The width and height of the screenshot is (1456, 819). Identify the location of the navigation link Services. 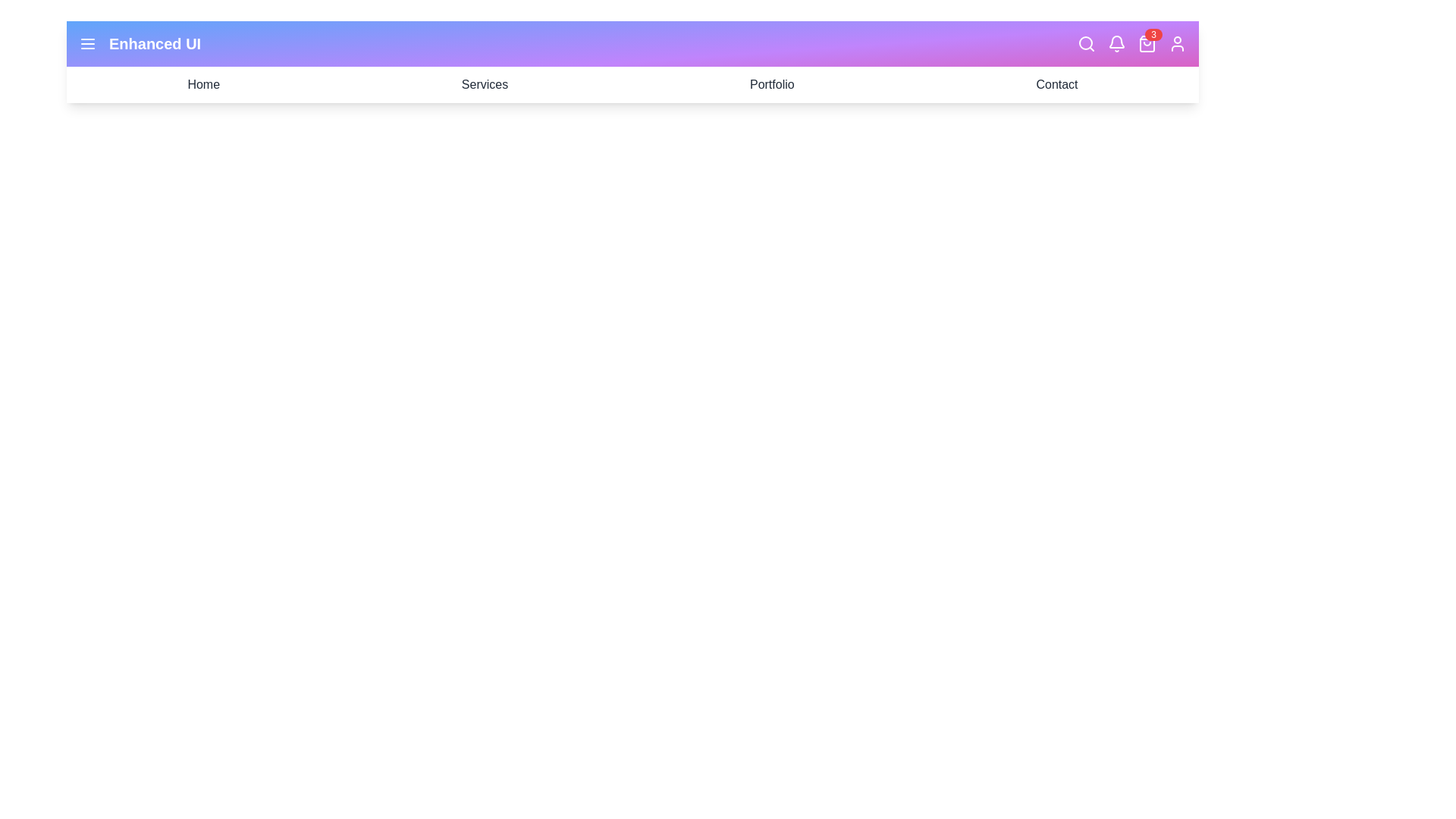
(484, 84).